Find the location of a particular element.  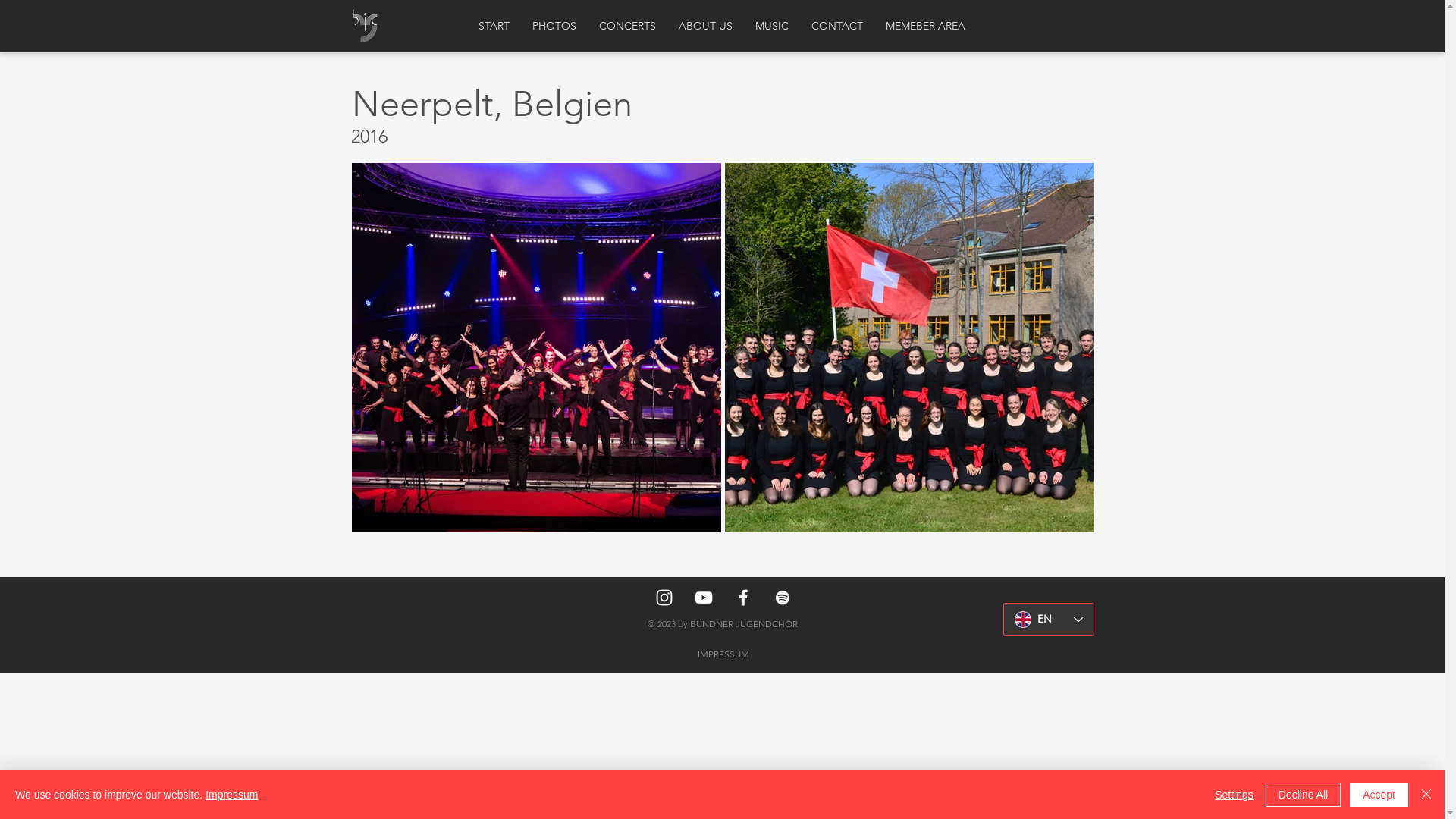

'ABOUT US' is located at coordinates (667, 26).